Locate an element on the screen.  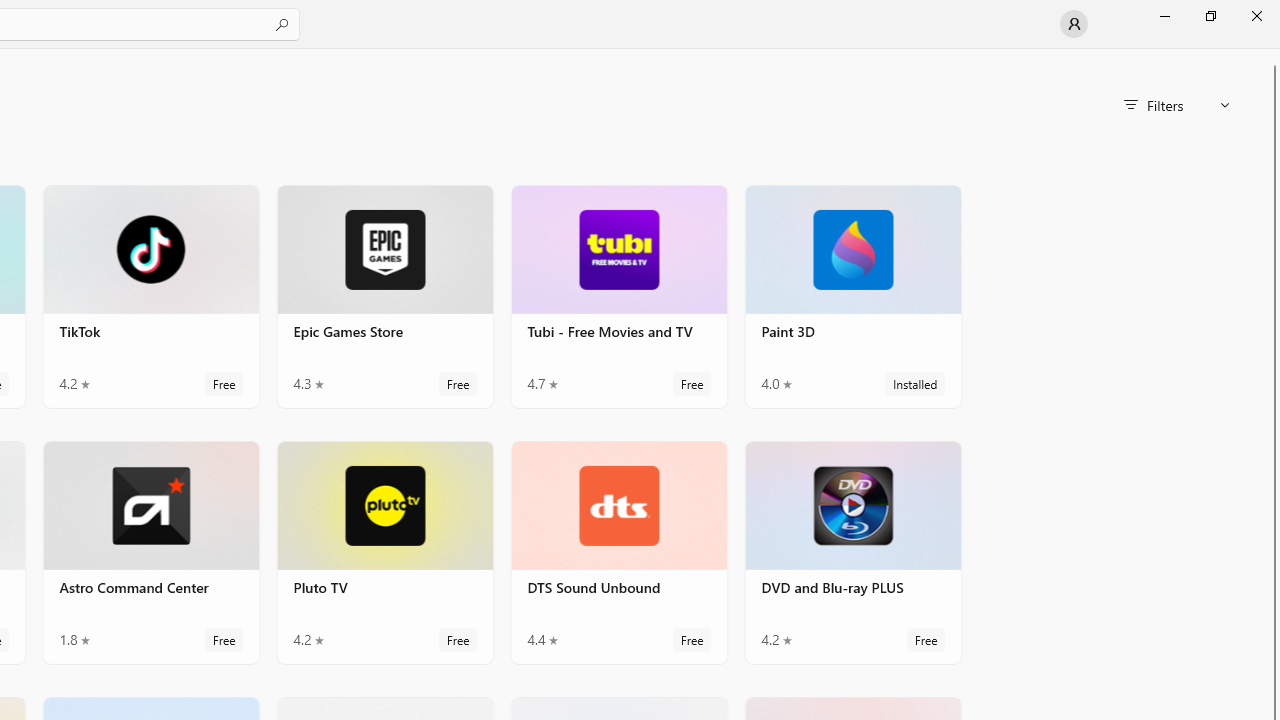
'Close Microsoft Store' is located at coordinates (1255, 15).